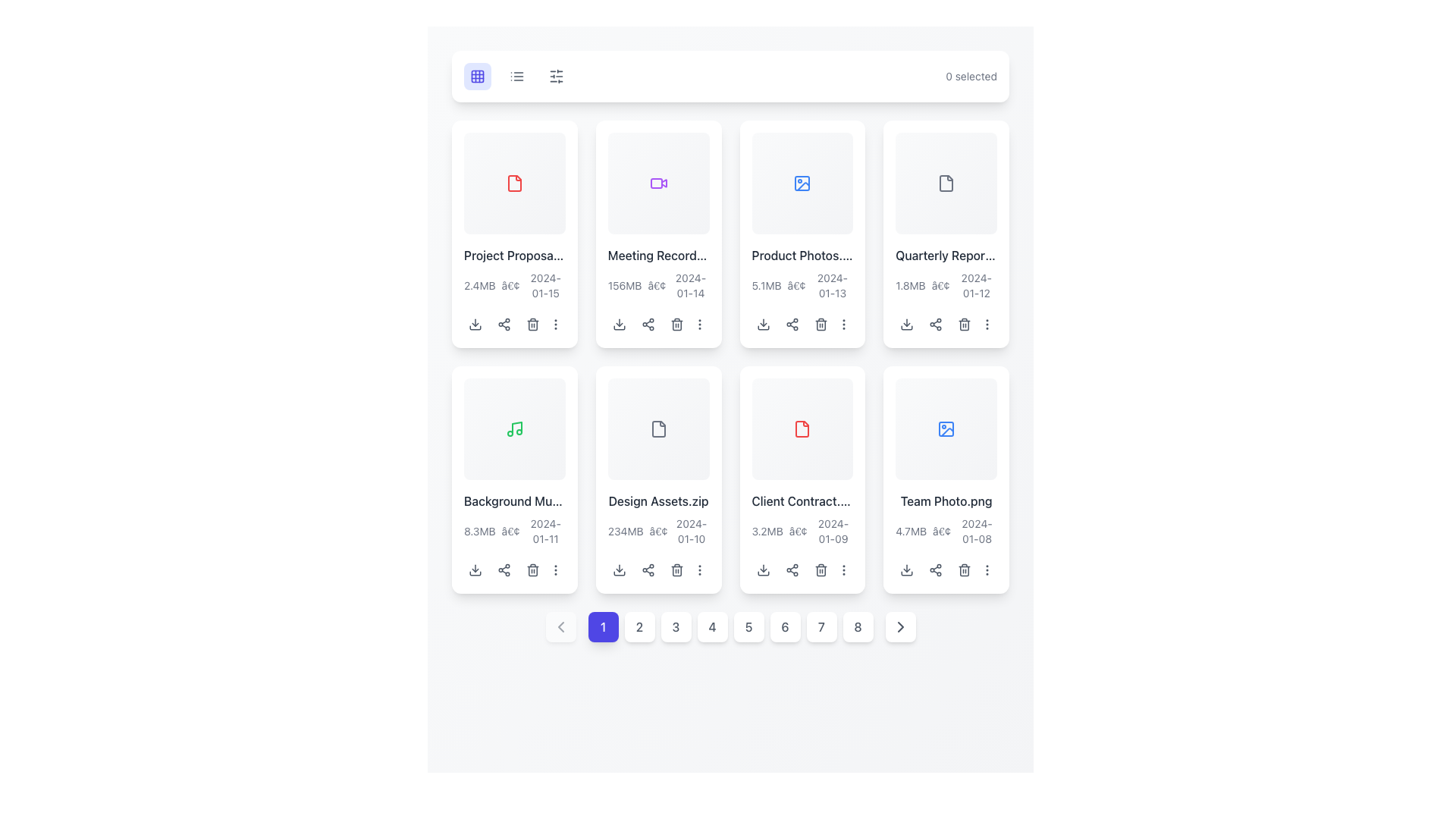  What do you see at coordinates (657, 285) in the screenshot?
I see `the decorative bullet point element that visually separates '156MB' and '2024-01-14' in the text line below the 'Meeting Record...' card in the second column of the grid layout` at bounding box center [657, 285].